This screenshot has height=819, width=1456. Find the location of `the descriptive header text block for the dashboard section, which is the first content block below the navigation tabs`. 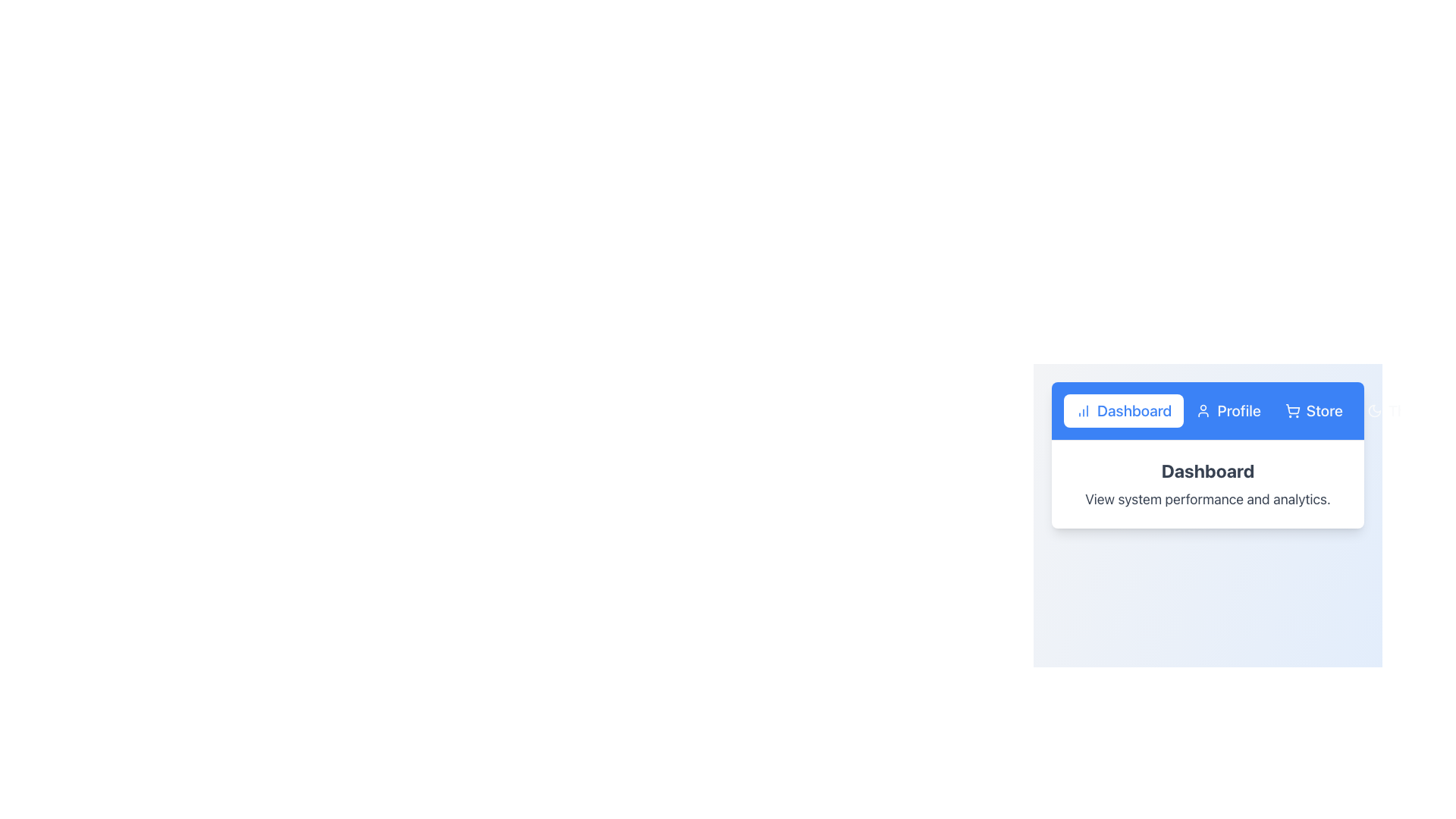

the descriptive header text block for the dashboard section, which is the first content block below the navigation tabs is located at coordinates (1207, 485).